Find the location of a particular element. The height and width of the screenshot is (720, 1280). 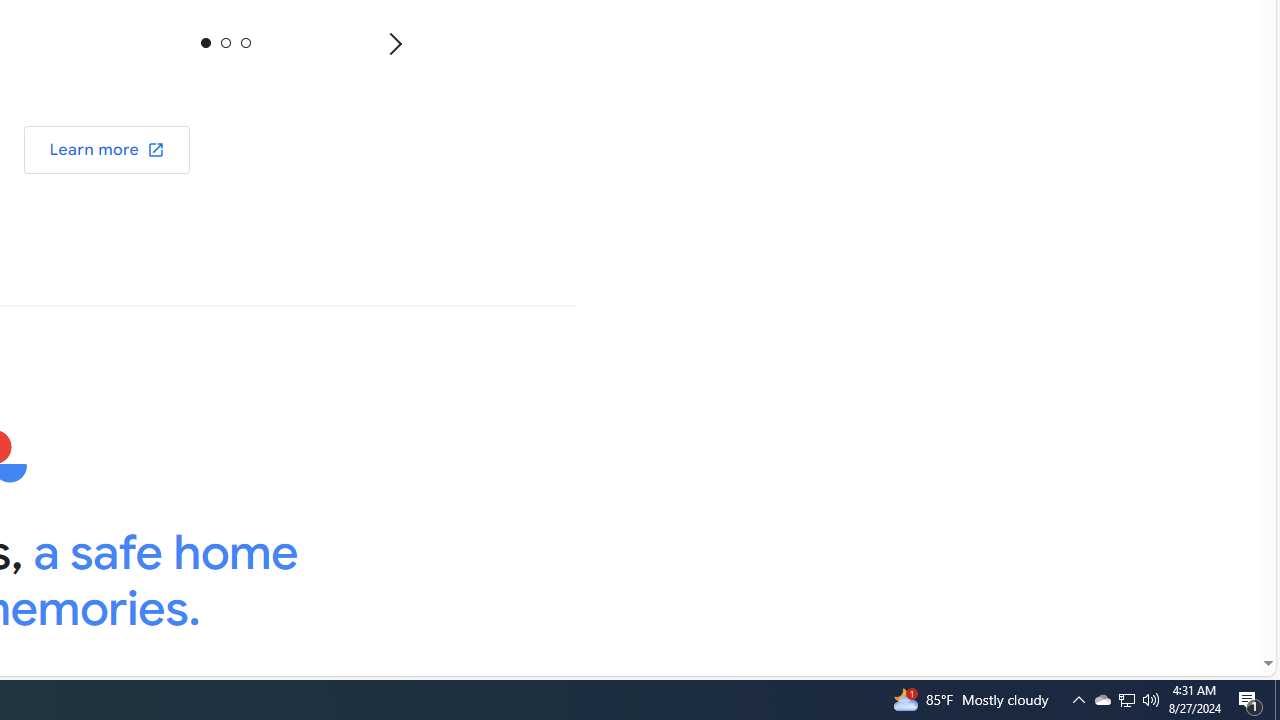

'2' is located at coordinates (244, 42).